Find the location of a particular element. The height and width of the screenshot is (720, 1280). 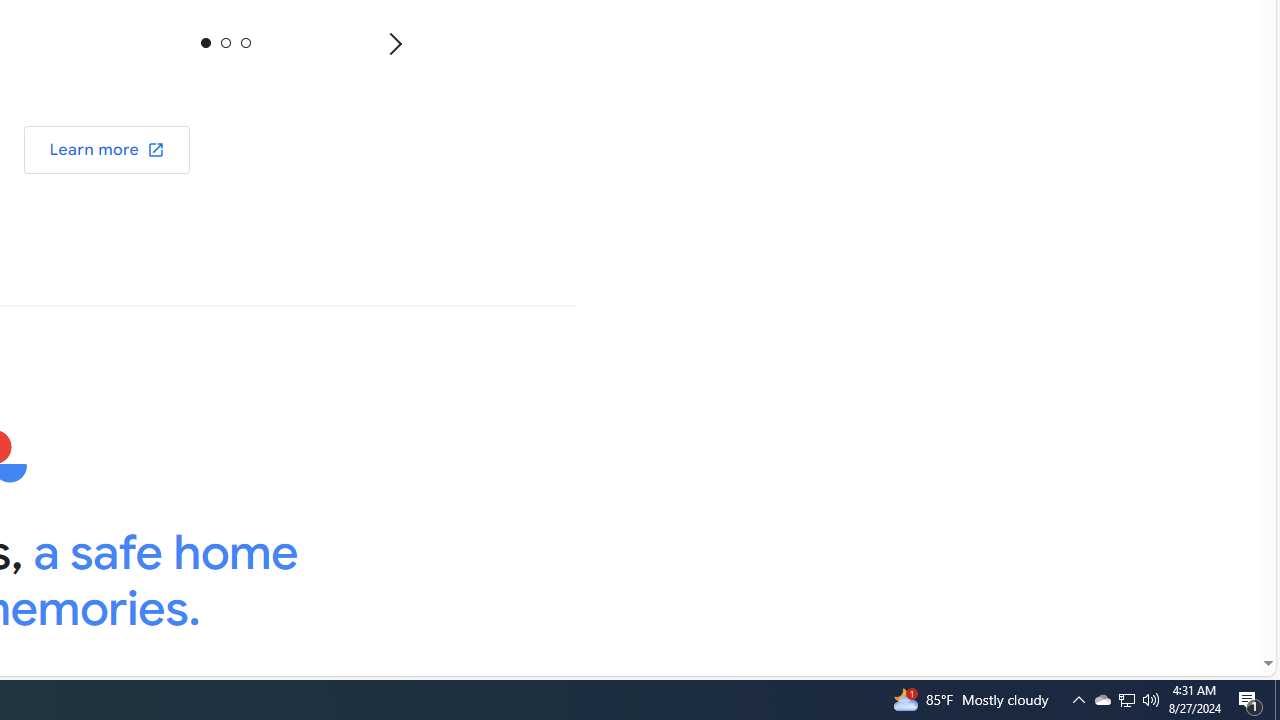

'2' is located at coordinates (244, 42).